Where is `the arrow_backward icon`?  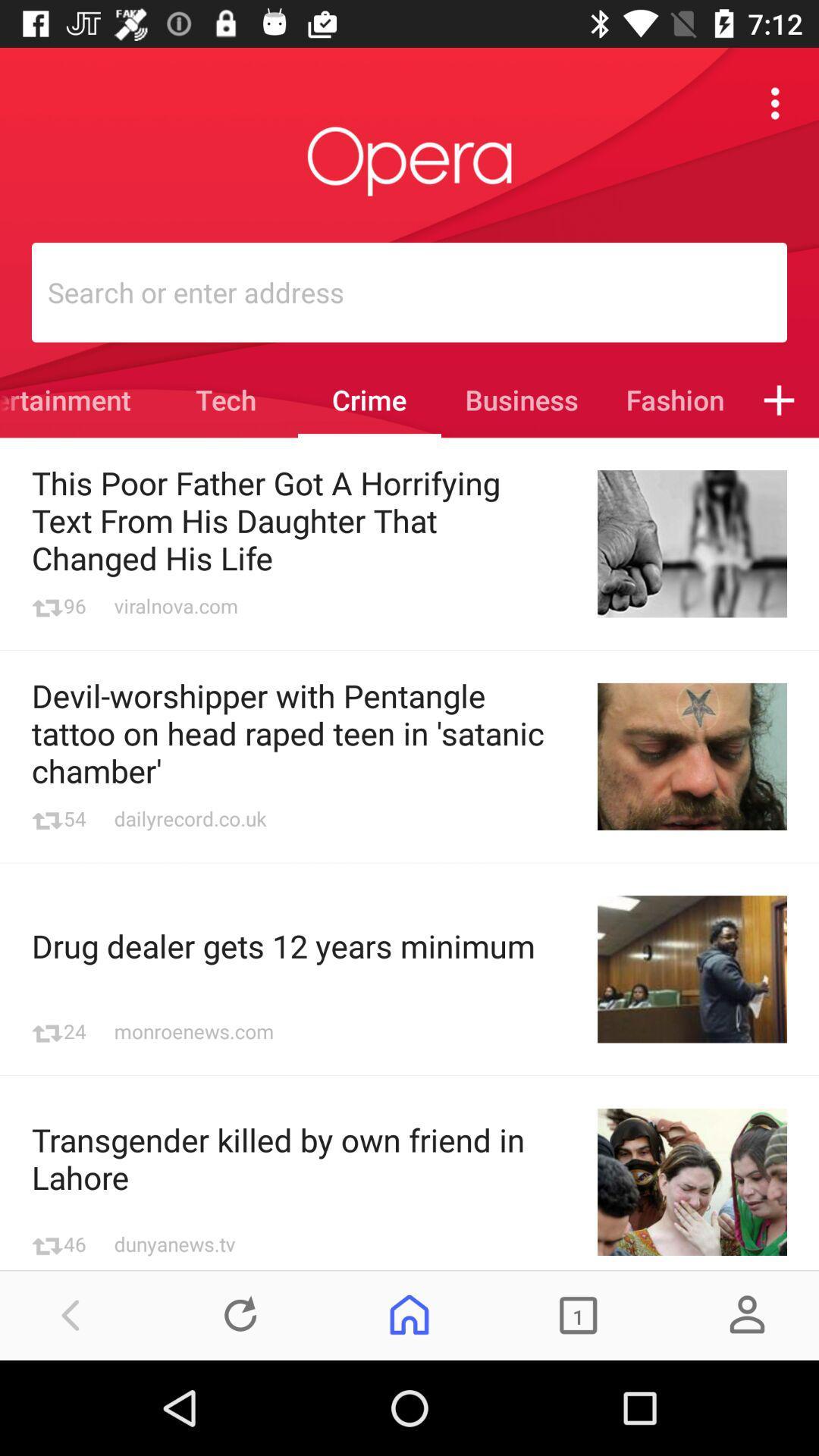
the arrow_backward icon is located at coordinates (71, 1314).